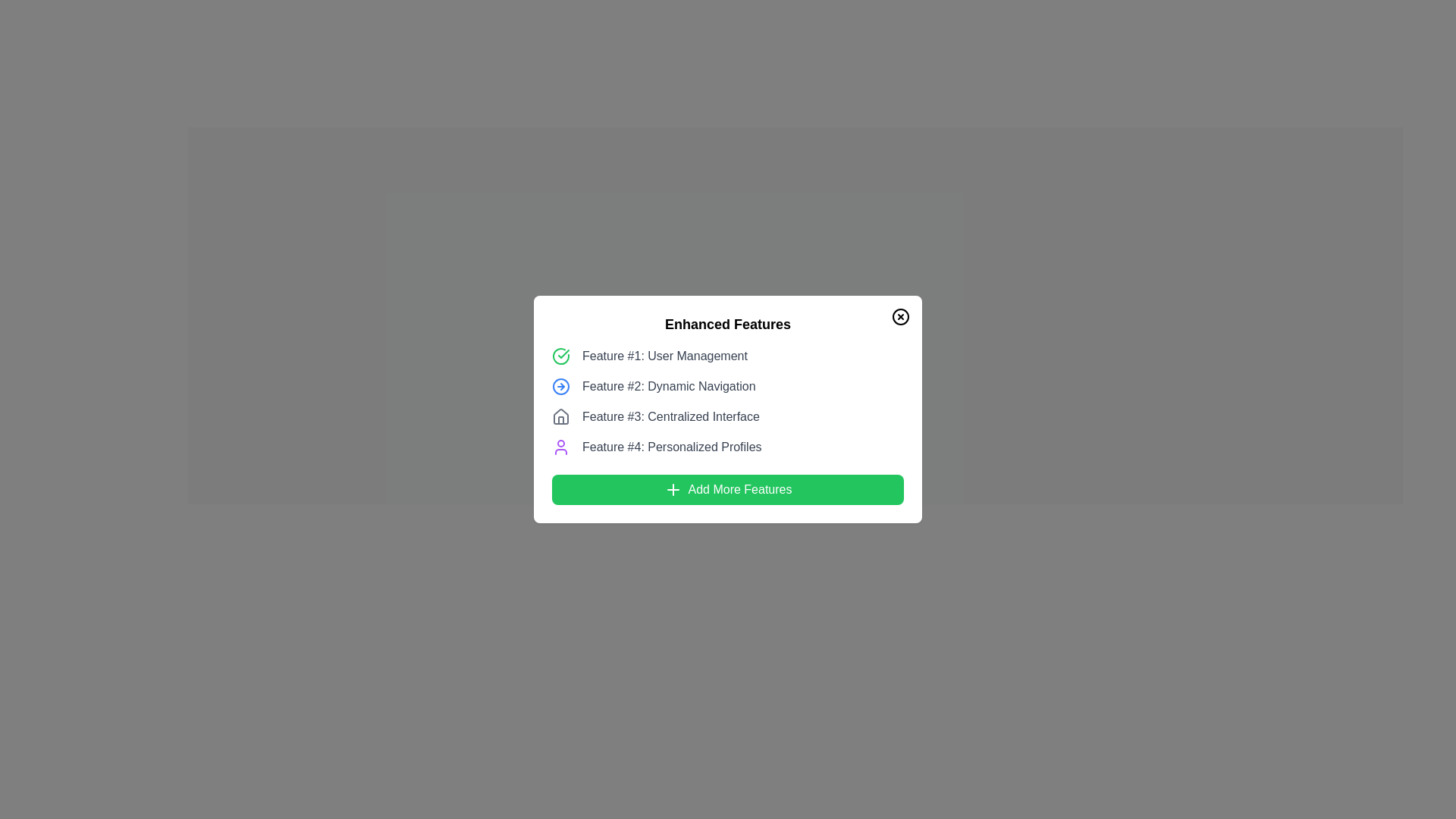  I want to click on the circular green icon with a checkmark that indicates a valid action, positioned next to the text 'Feature #1: User Management', so click(560, 356).